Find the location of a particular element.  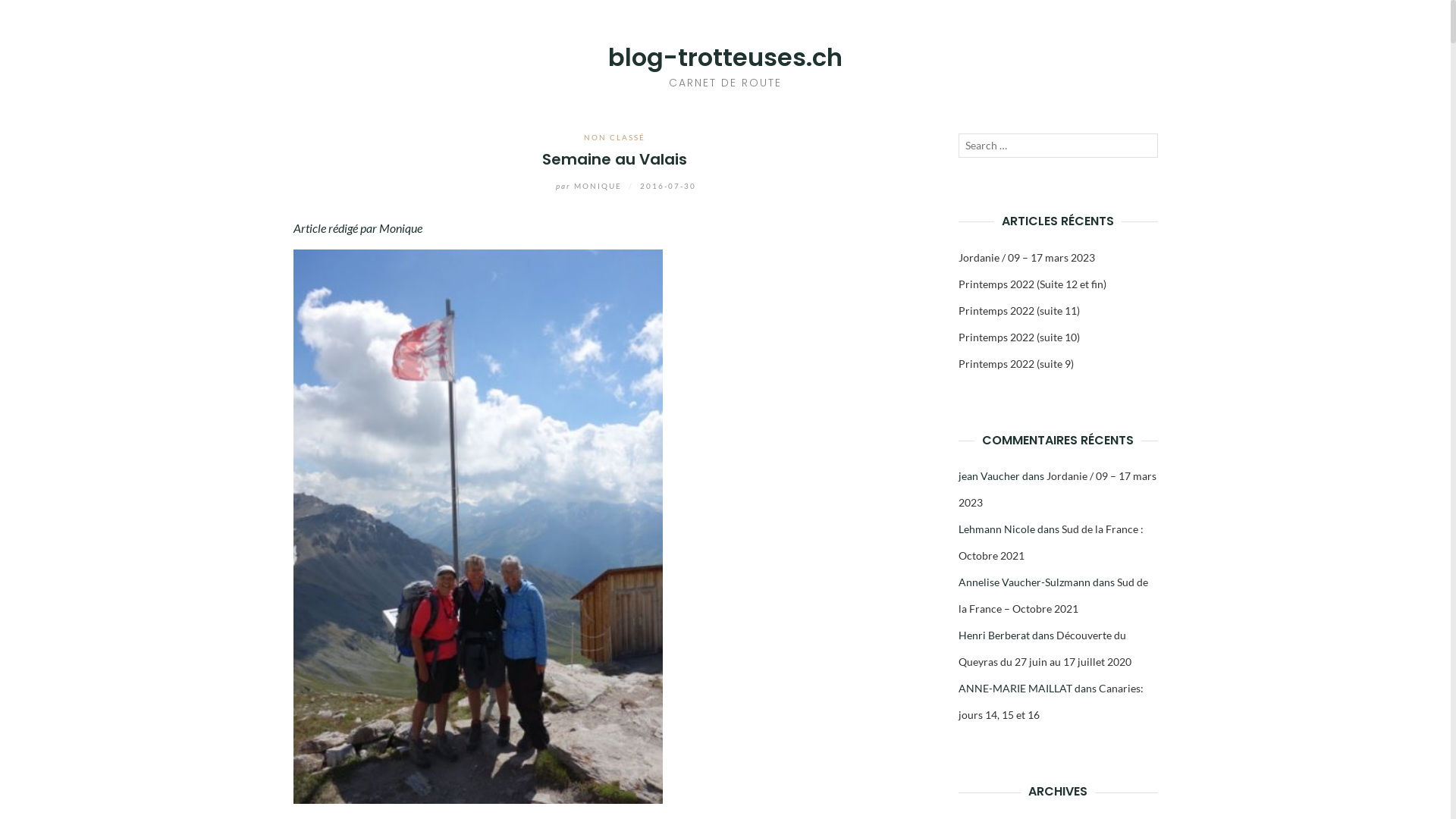

'blog-trotteuses.ch' is located at coordinates (724, 56).